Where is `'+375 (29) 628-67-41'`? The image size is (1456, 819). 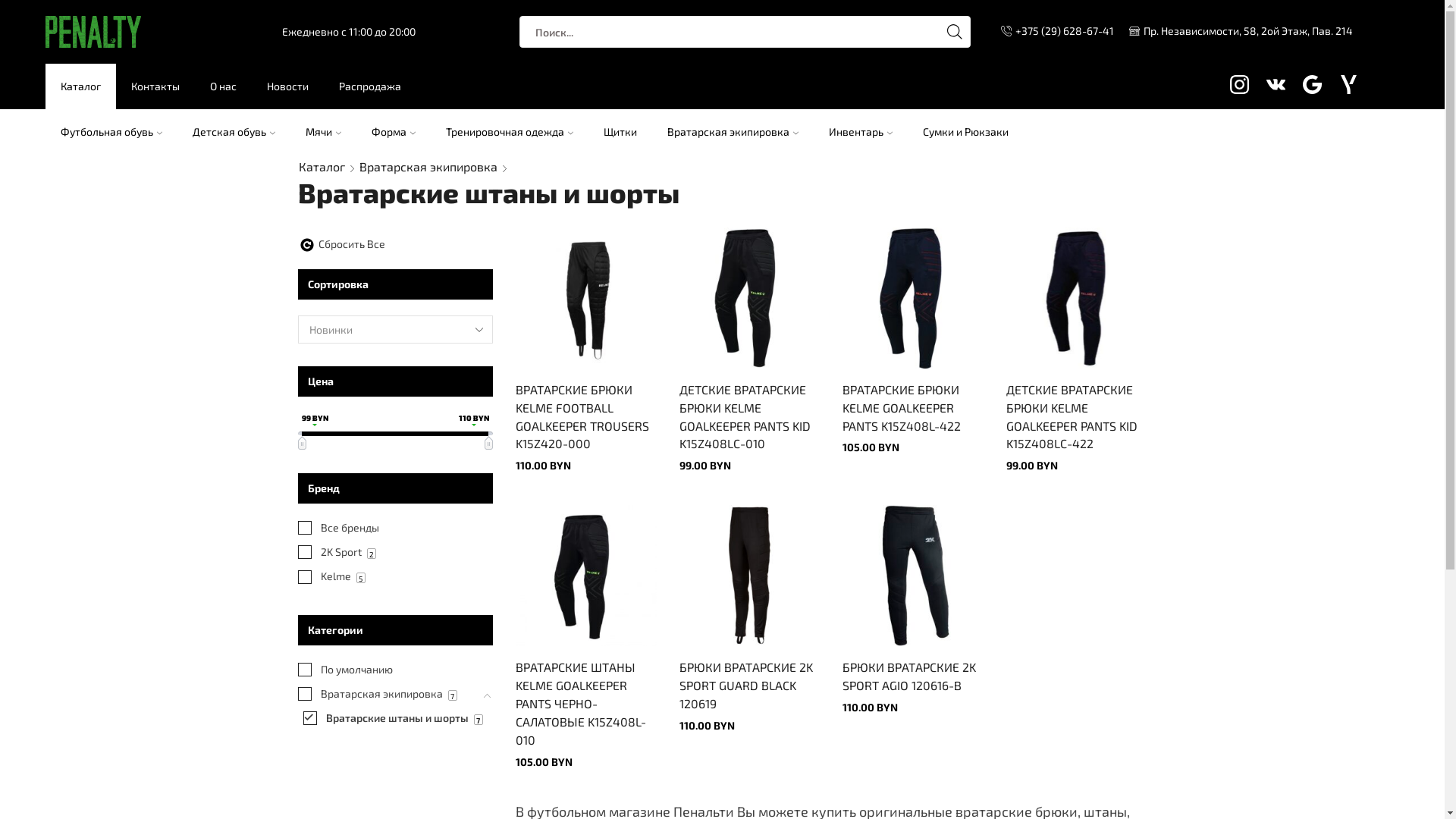 '+375 (29) 628-67-41' is located at coordinates (1056, 31).